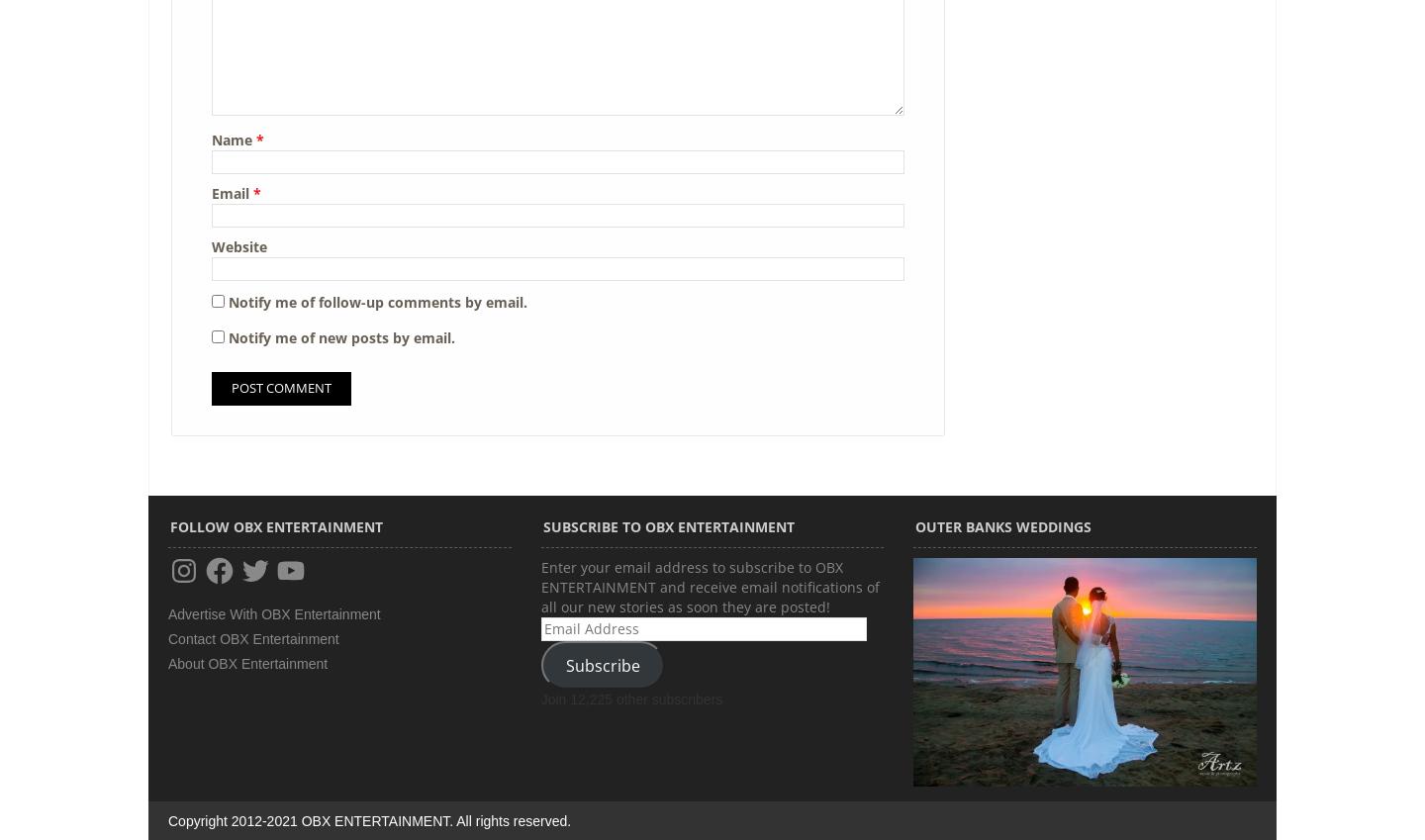 Image resolution: width=1425 pixels, height=840 pixels. Describe the element at coordinates (377, 301) in the screenshot. I see `'Notify me of follow-up comments by email.'` at that location.